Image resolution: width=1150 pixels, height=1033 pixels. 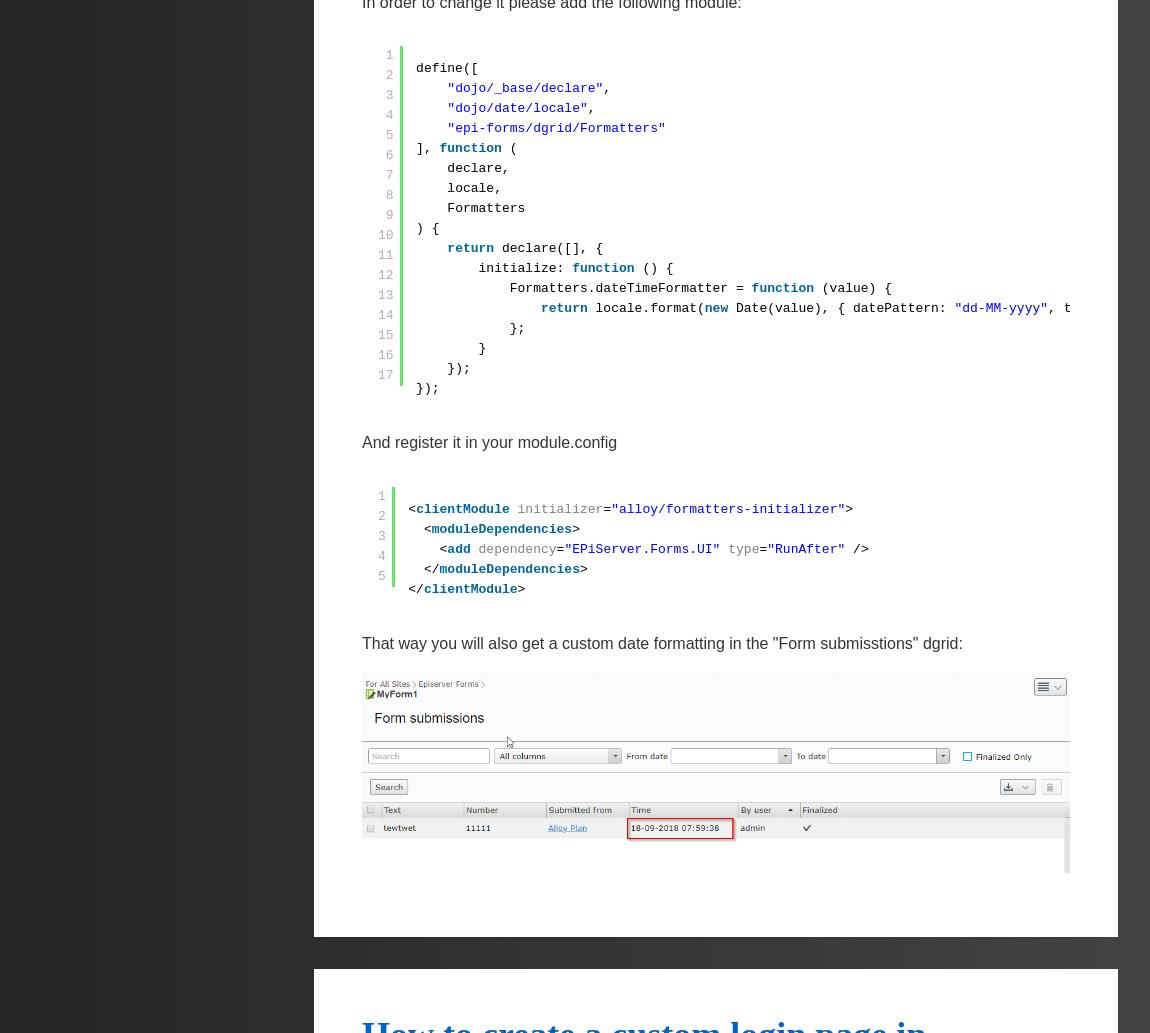 What do you see at coordinates (474, 187) in the screenshot?
I see `'locale,'` at bounding box center [474, 187].